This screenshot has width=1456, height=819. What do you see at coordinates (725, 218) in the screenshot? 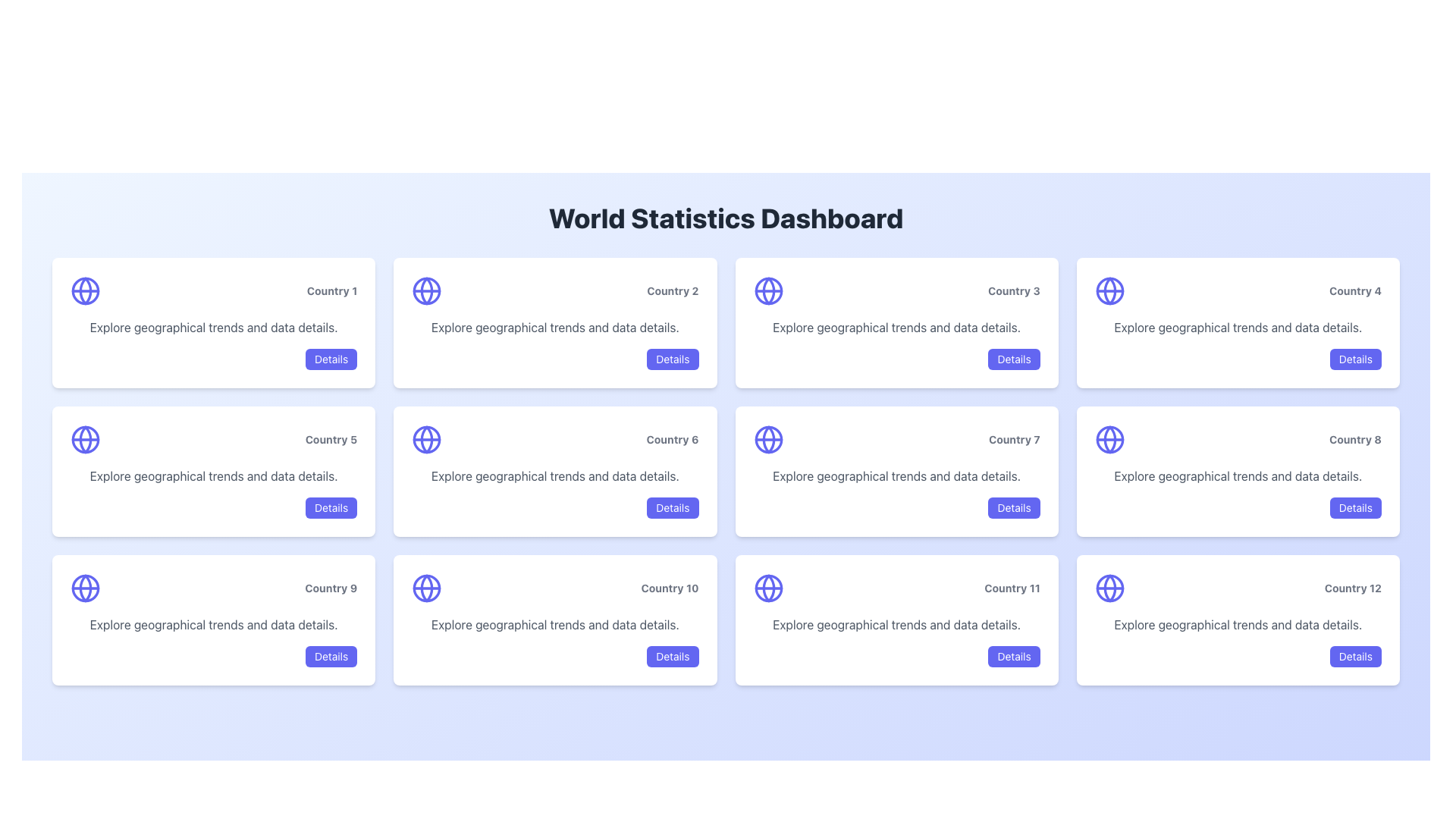
I see `prominently styled text that displays 'World Statistics Dashboard' to understand the purpose of the page` at bounding box center [725, 218].